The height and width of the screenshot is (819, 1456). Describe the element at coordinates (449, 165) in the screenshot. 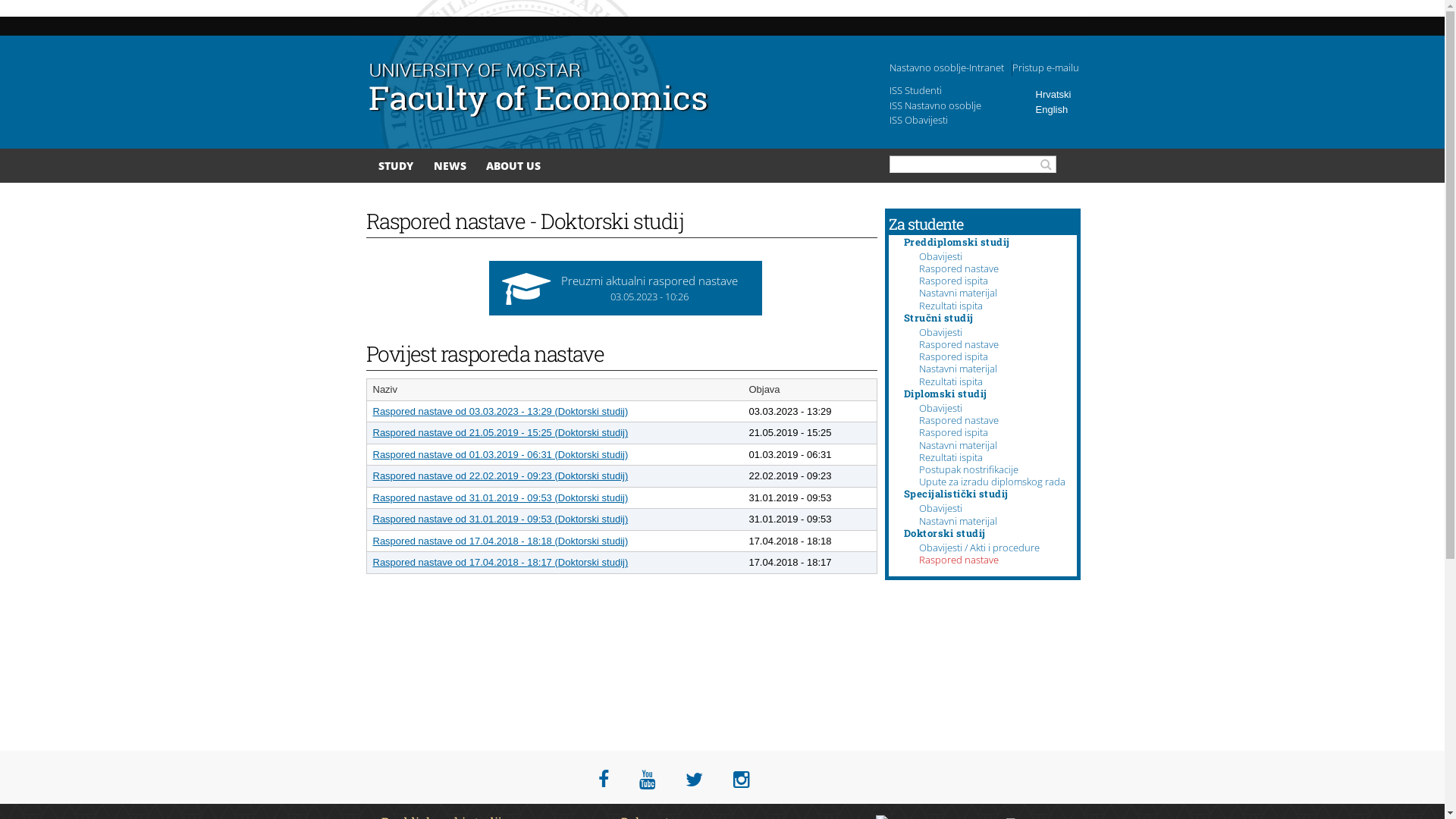

I see `'NEWS'` at that location.